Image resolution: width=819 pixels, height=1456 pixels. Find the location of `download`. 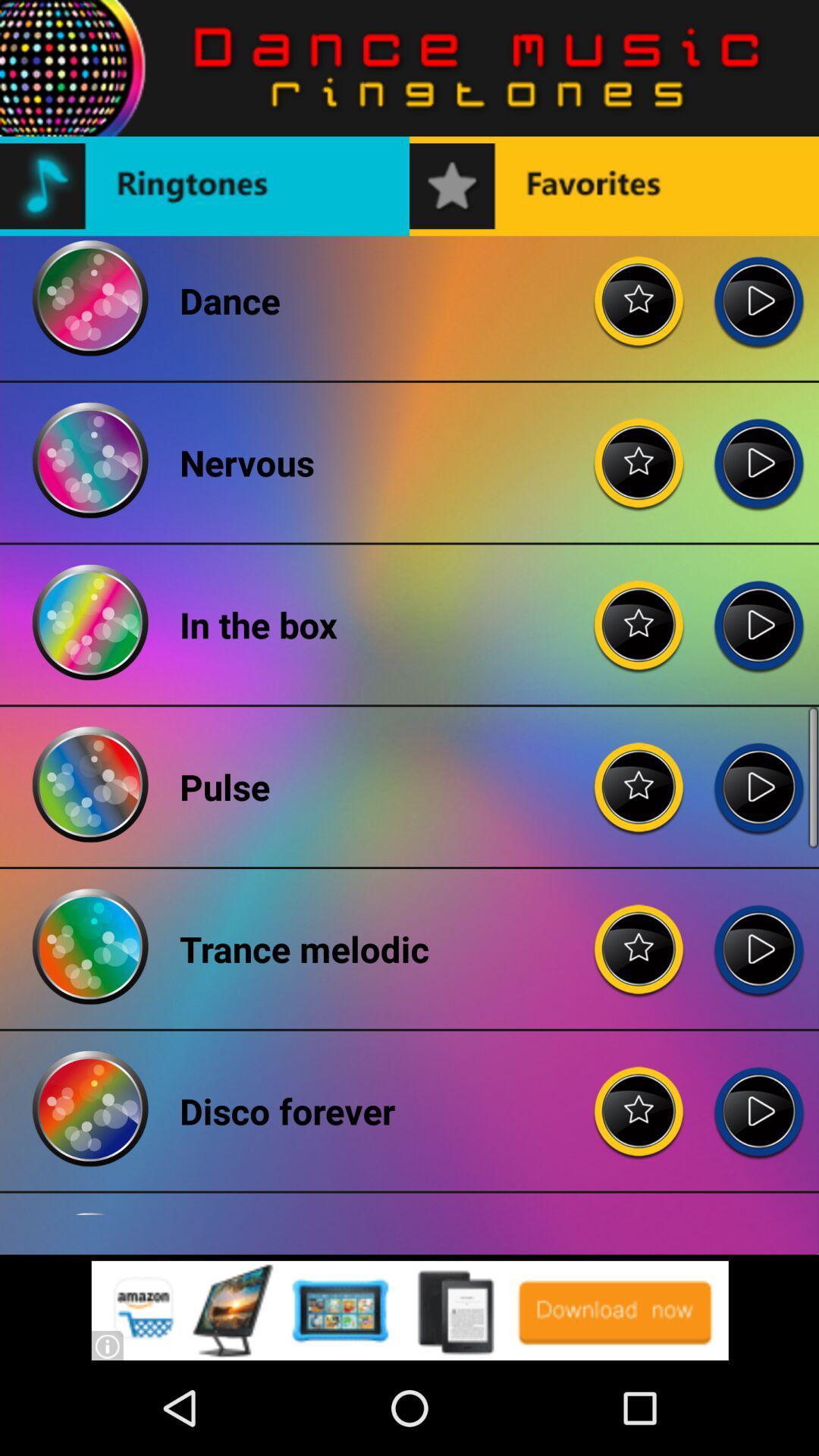

download is located at coordinates (409, 1310).